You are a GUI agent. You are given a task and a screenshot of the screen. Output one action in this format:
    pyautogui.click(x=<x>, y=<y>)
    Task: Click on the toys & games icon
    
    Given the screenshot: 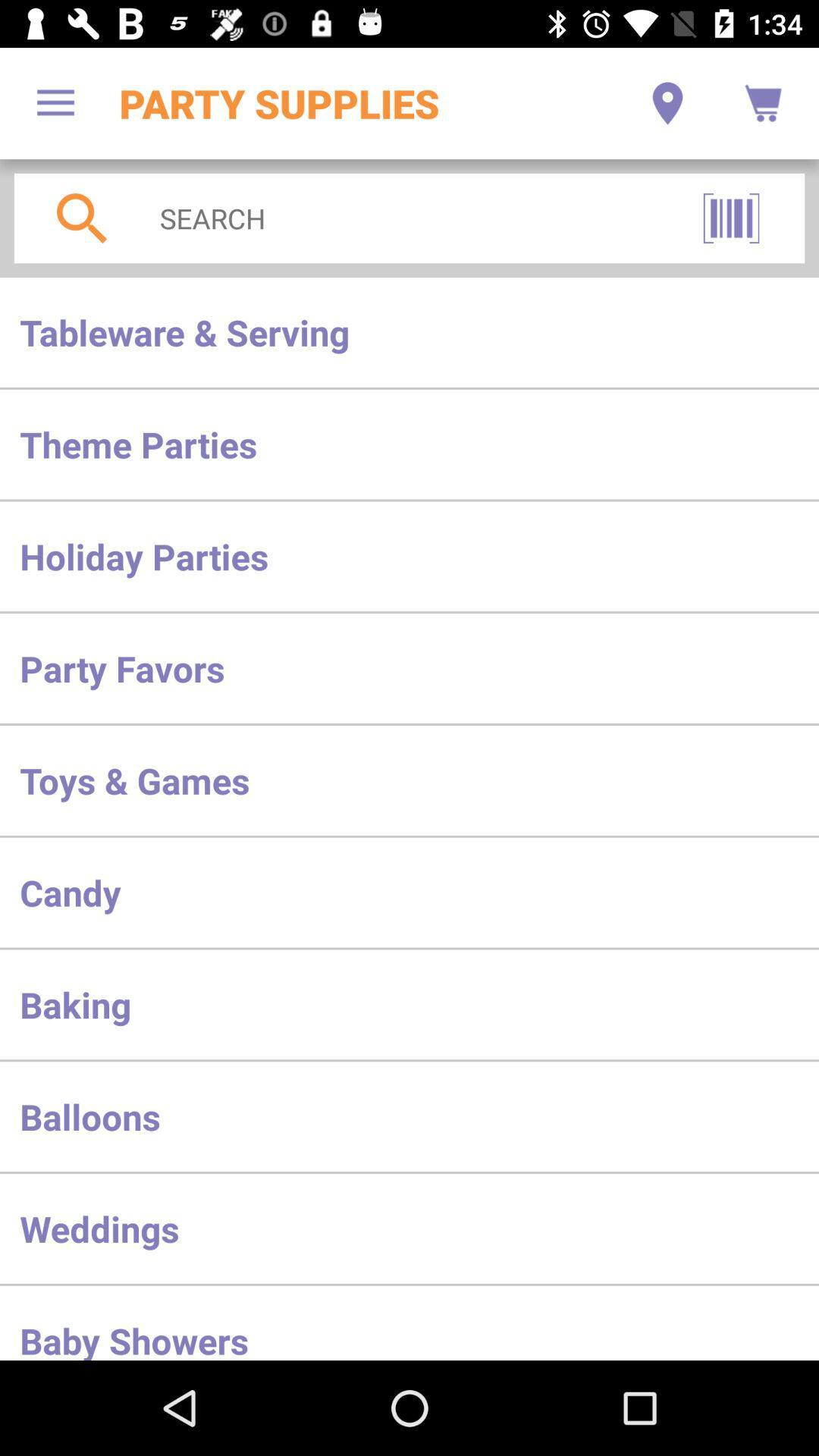 What is the action you would take?
    pyautogui.click(x=409, y=780)
    